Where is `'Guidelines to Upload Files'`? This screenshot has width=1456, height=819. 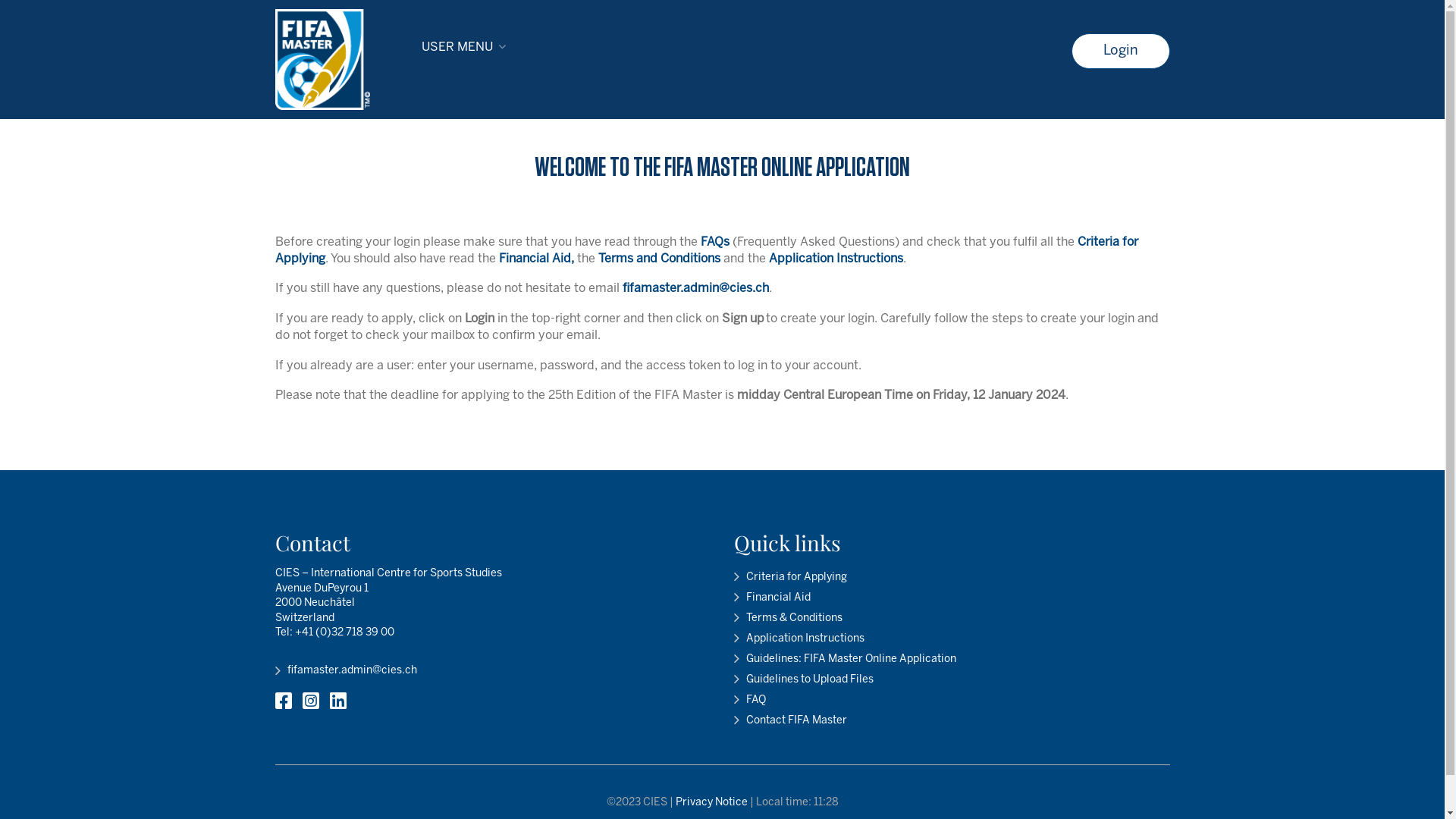 'Guidelines to Upload Files' is located at coordinates (803, 680).